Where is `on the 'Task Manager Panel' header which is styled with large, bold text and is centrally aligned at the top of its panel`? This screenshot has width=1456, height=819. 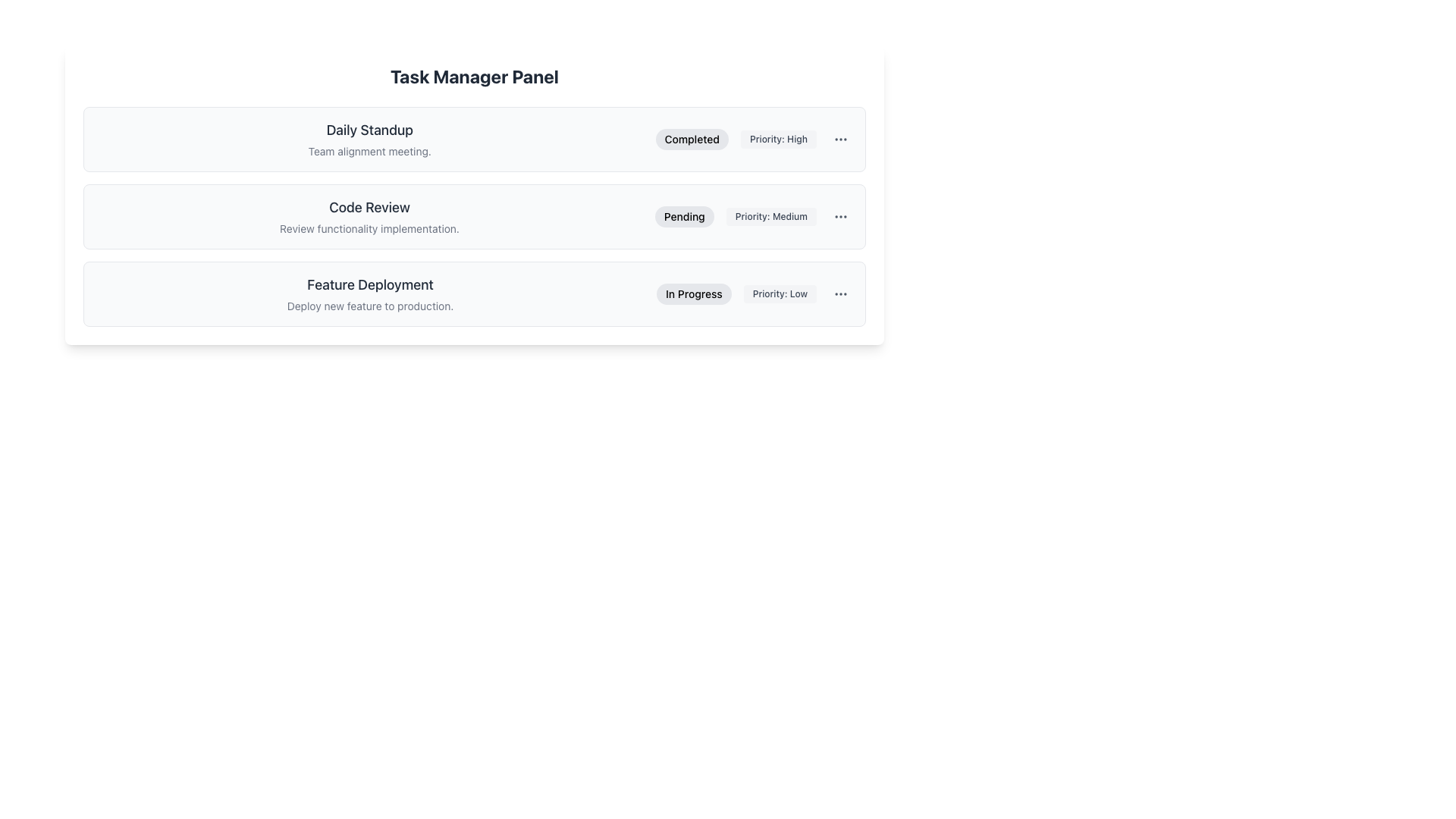
on the 'Task Manager Panel' header which is styled with large, bold text and is centrally aligned at the top of its panel is located at coordinates (473, 76).